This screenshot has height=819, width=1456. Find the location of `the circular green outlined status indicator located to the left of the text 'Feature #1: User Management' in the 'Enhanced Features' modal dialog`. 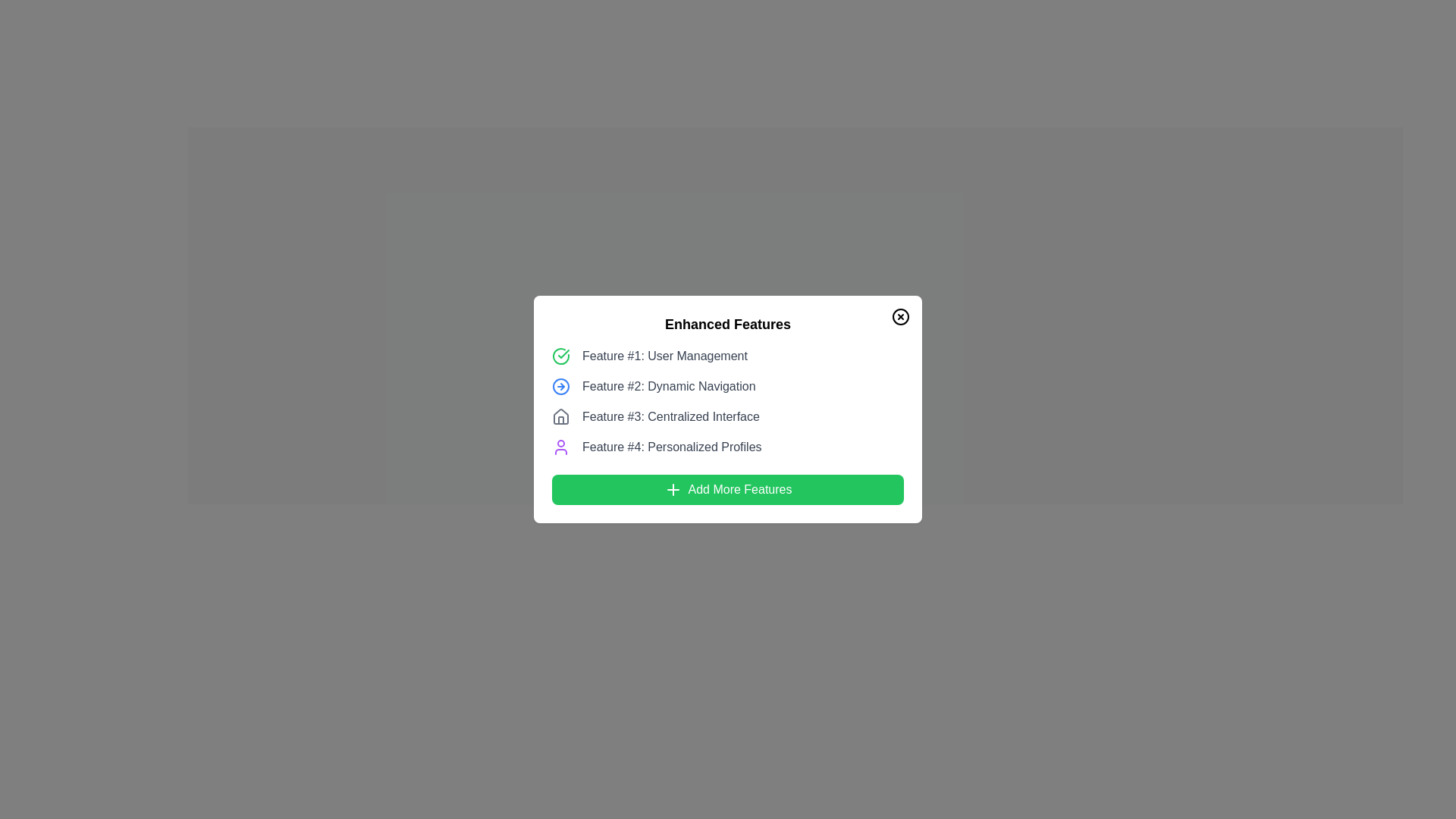

the circular green outlined status indicator located to the left of the text 'Feature #1: User Management' in the 'Enhanced Features' modal dialog is located at coordinates (560, 356).